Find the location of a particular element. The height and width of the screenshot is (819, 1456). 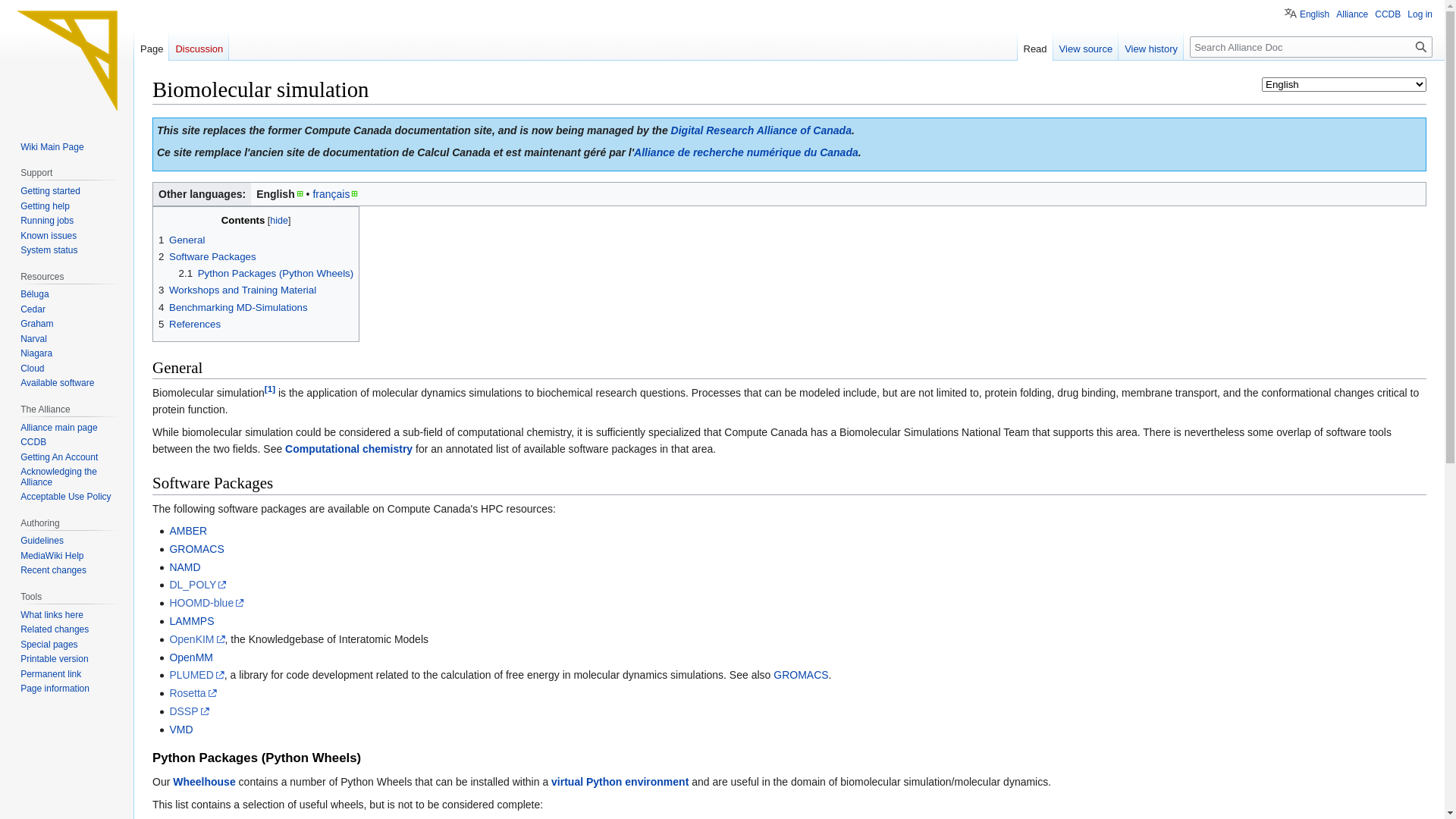

'Search' is located at coordinates (1420, 45).